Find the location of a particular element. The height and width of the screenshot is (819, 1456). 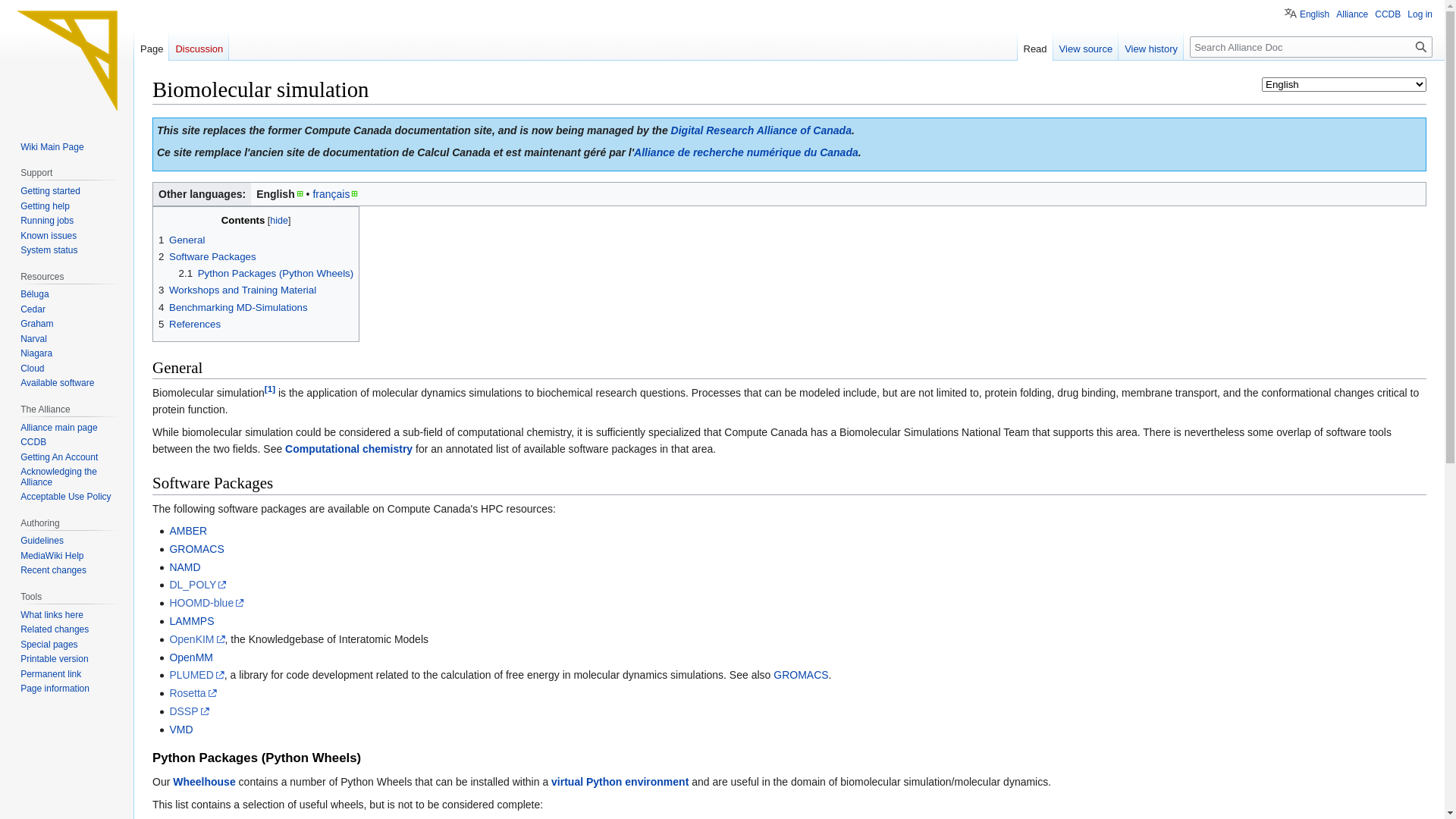

'Search' is located at coordinates (1420, 45).